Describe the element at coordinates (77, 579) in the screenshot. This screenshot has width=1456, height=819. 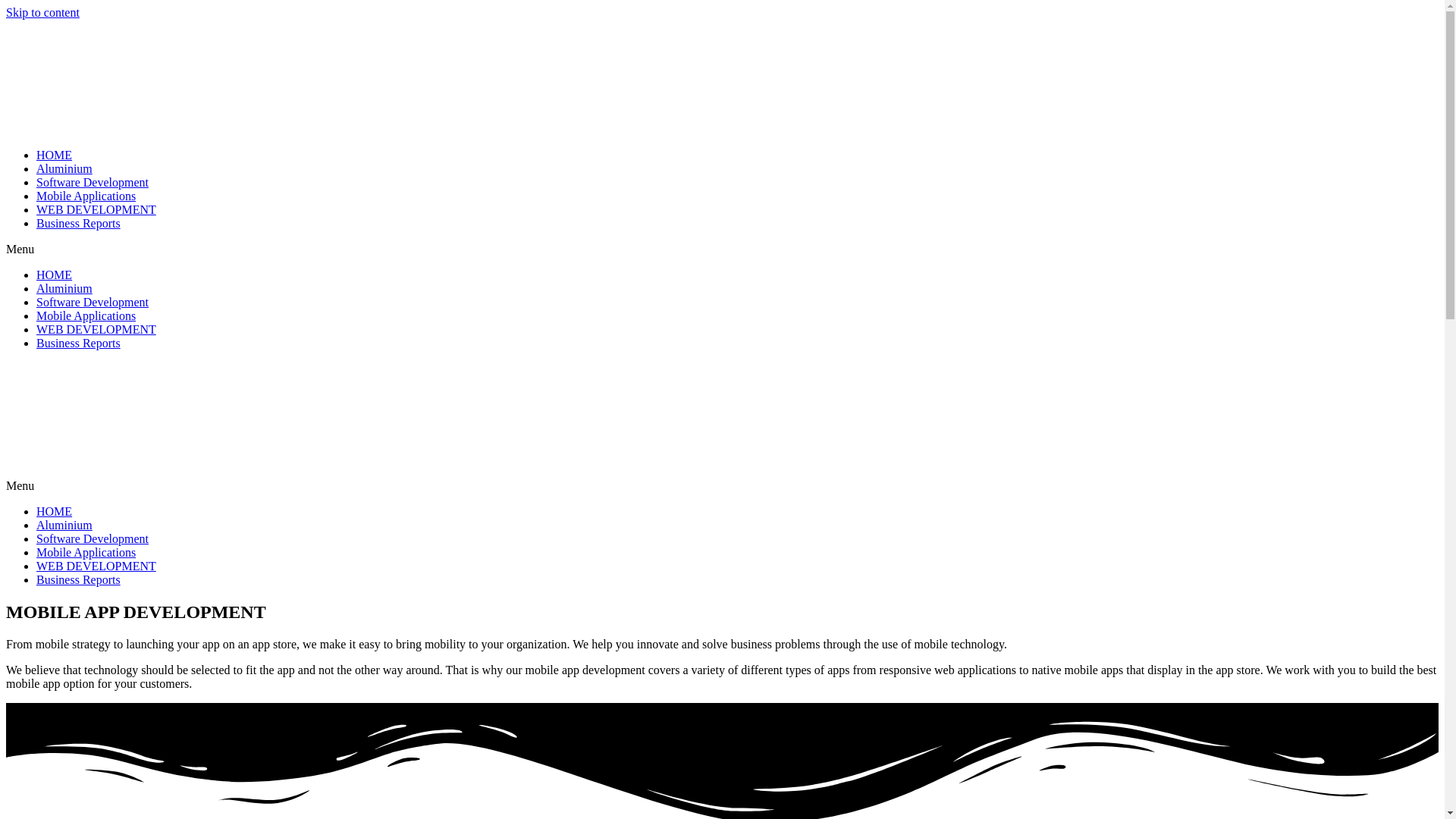
I see `'Business Reports'` at that location.